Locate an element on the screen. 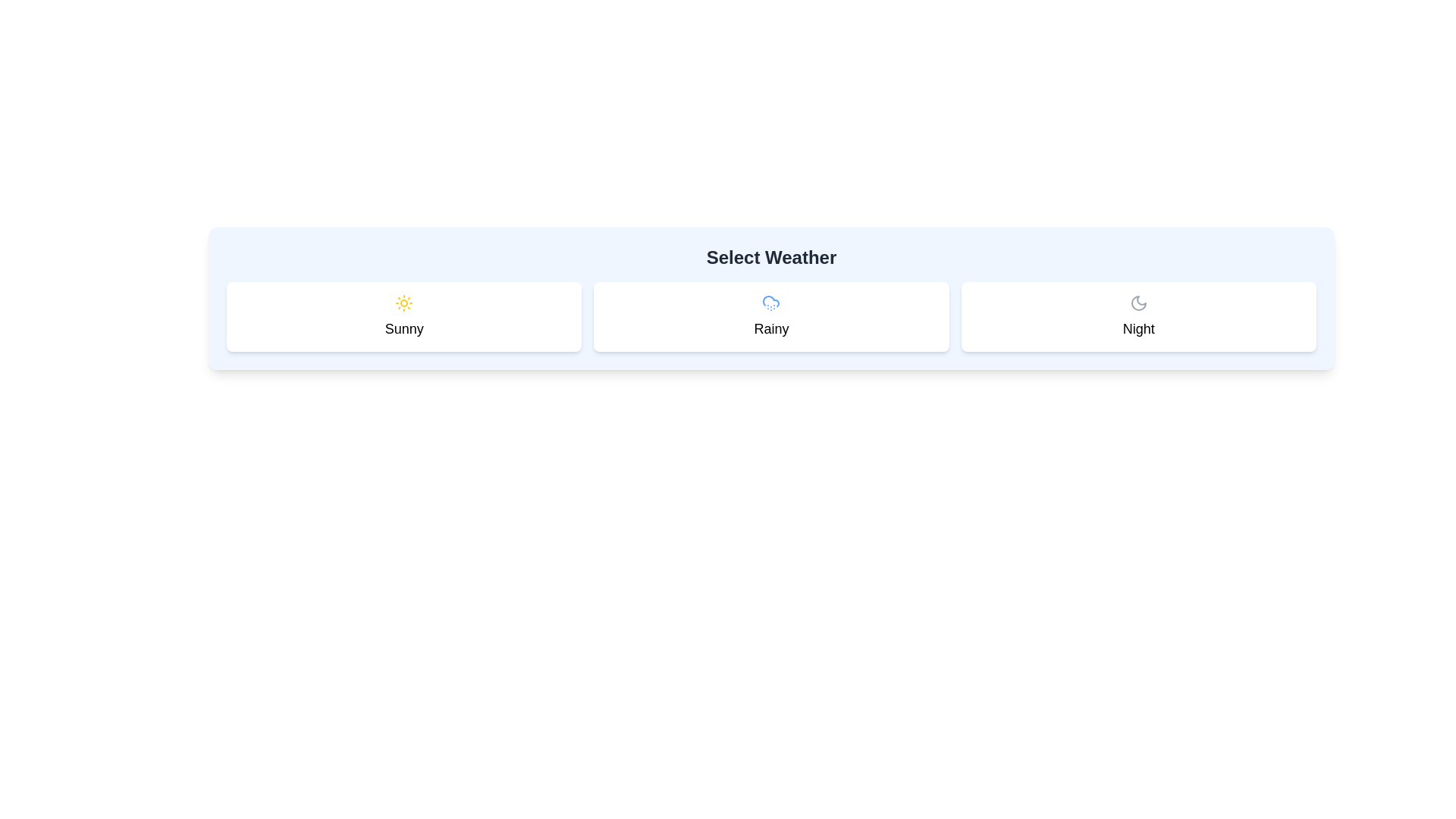 Image resolution: width=1456 pixels, height=819 pixels. the crescent moon icon within the third box labeled 'Night' is located at coordinates (1138, 303).